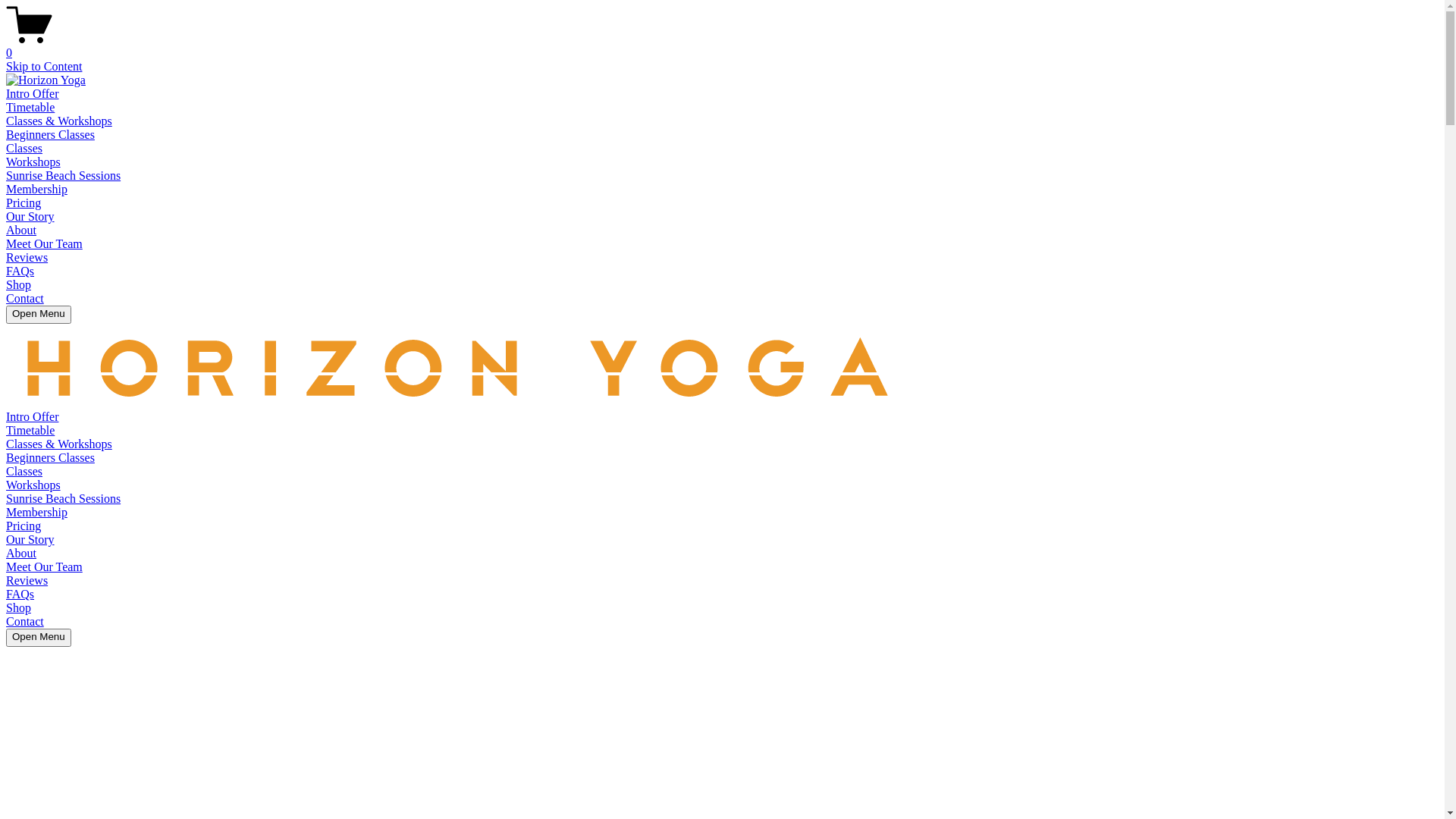 This screenshot has width=1456, height=819. Describe the element at coordinates (24, 470) in the screenshot. I see `'Classes'` at that location.